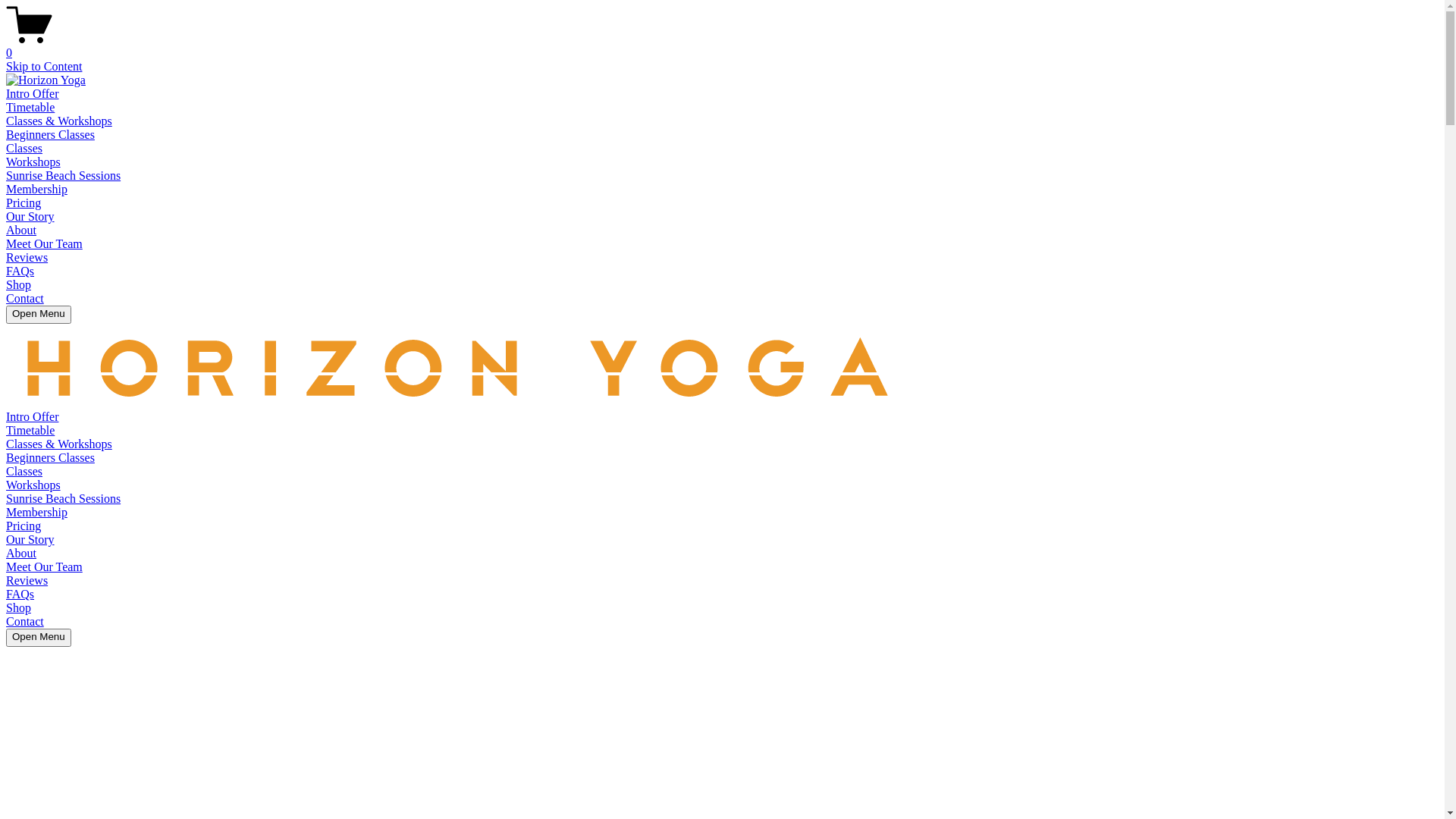 This screenshot has width=1456, height=819. Describe the element at coordinates (24, 470) in the screenshot. I see `'Classes'` at that location.